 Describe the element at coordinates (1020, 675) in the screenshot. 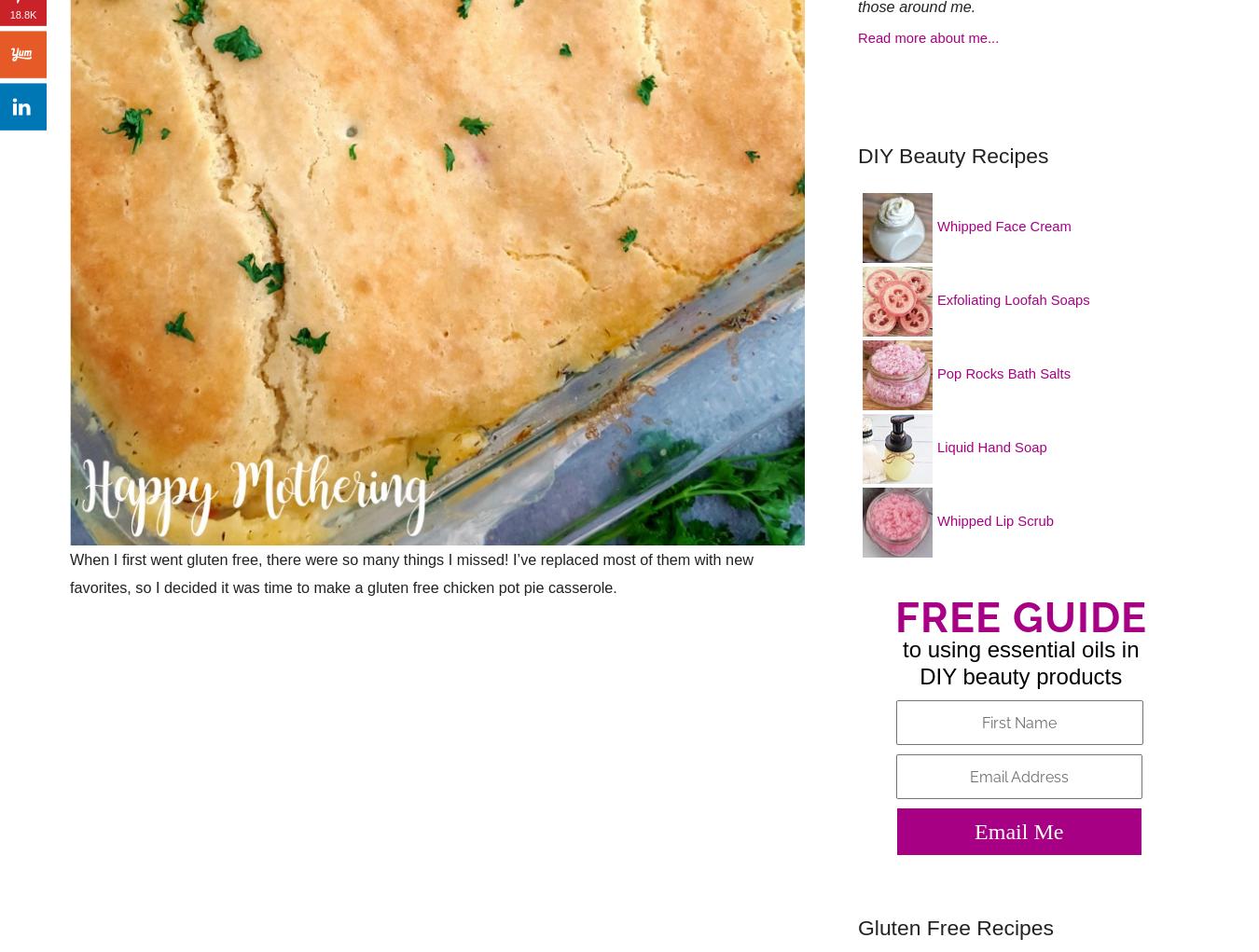

I see `'DIY beauty products'` at that location.